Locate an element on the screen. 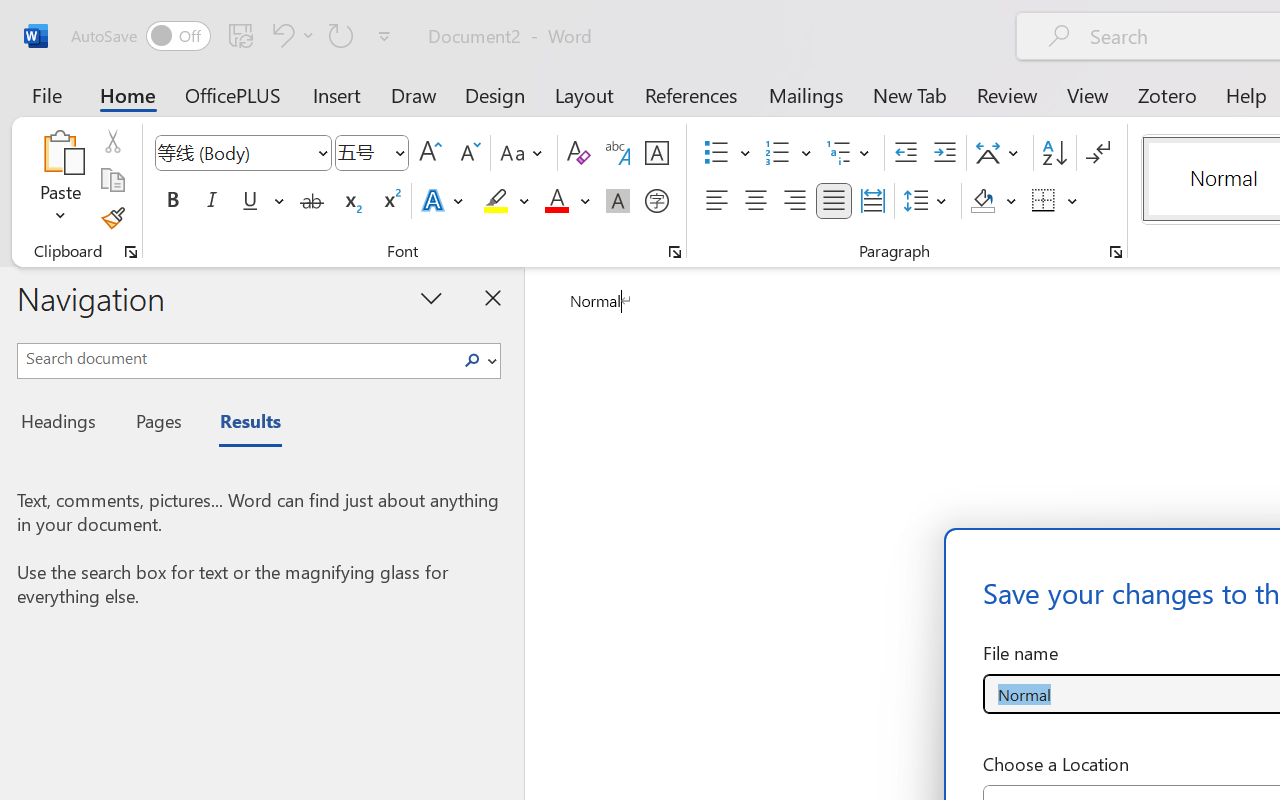  'Italic' is located at coordinates (212, 201).